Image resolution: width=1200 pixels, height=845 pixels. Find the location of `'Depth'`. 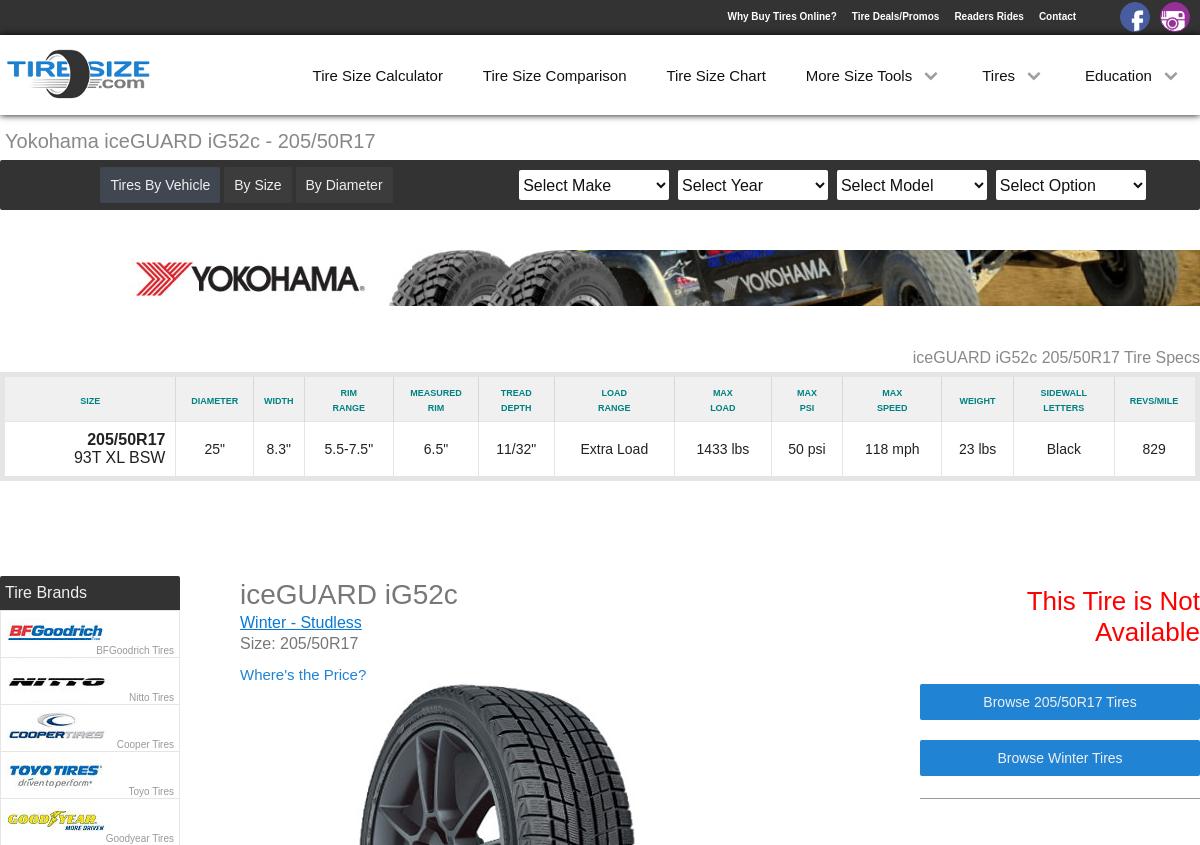

'Depth' is located at coordinates (514, 405).